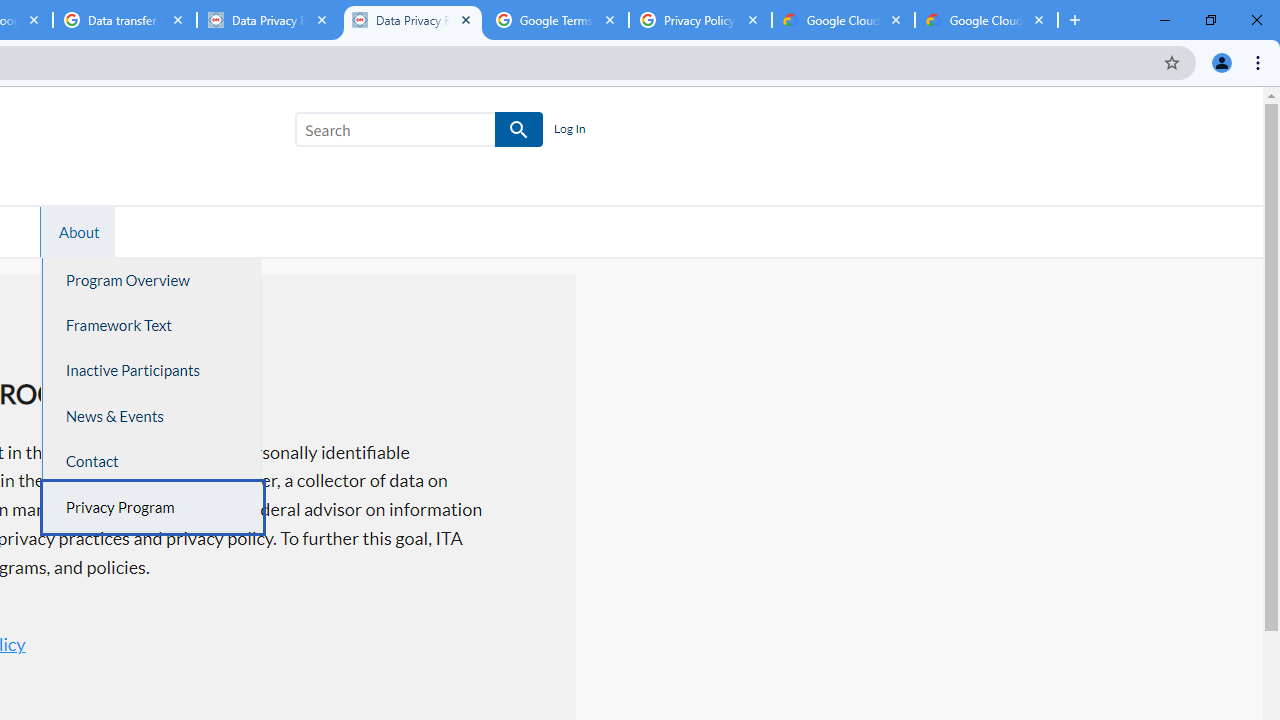 This screenshot has width=1280, height=720. What do you see at coordinates (843, 20) in the screenshot?
I see `'Google Cloud Privacy Notice'` at bounding box center [843, 20].